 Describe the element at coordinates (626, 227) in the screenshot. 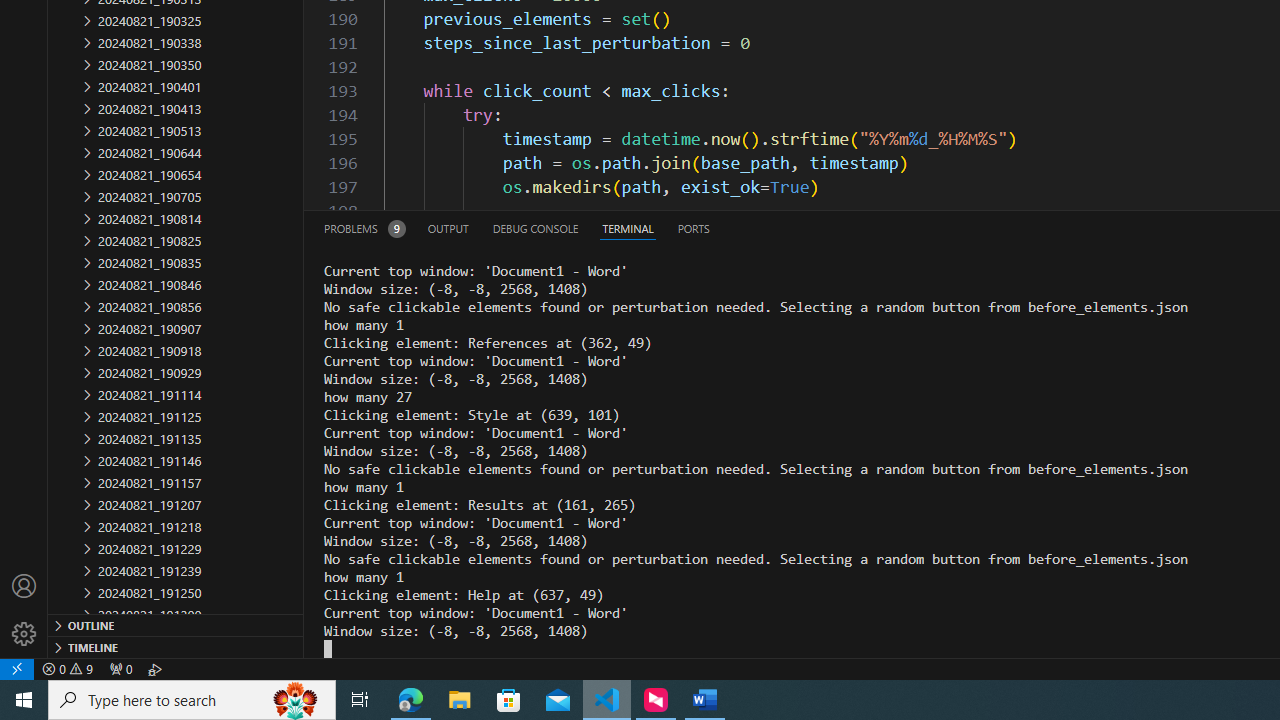

I see `'Terminal (Ctrl+`)'` at that location.